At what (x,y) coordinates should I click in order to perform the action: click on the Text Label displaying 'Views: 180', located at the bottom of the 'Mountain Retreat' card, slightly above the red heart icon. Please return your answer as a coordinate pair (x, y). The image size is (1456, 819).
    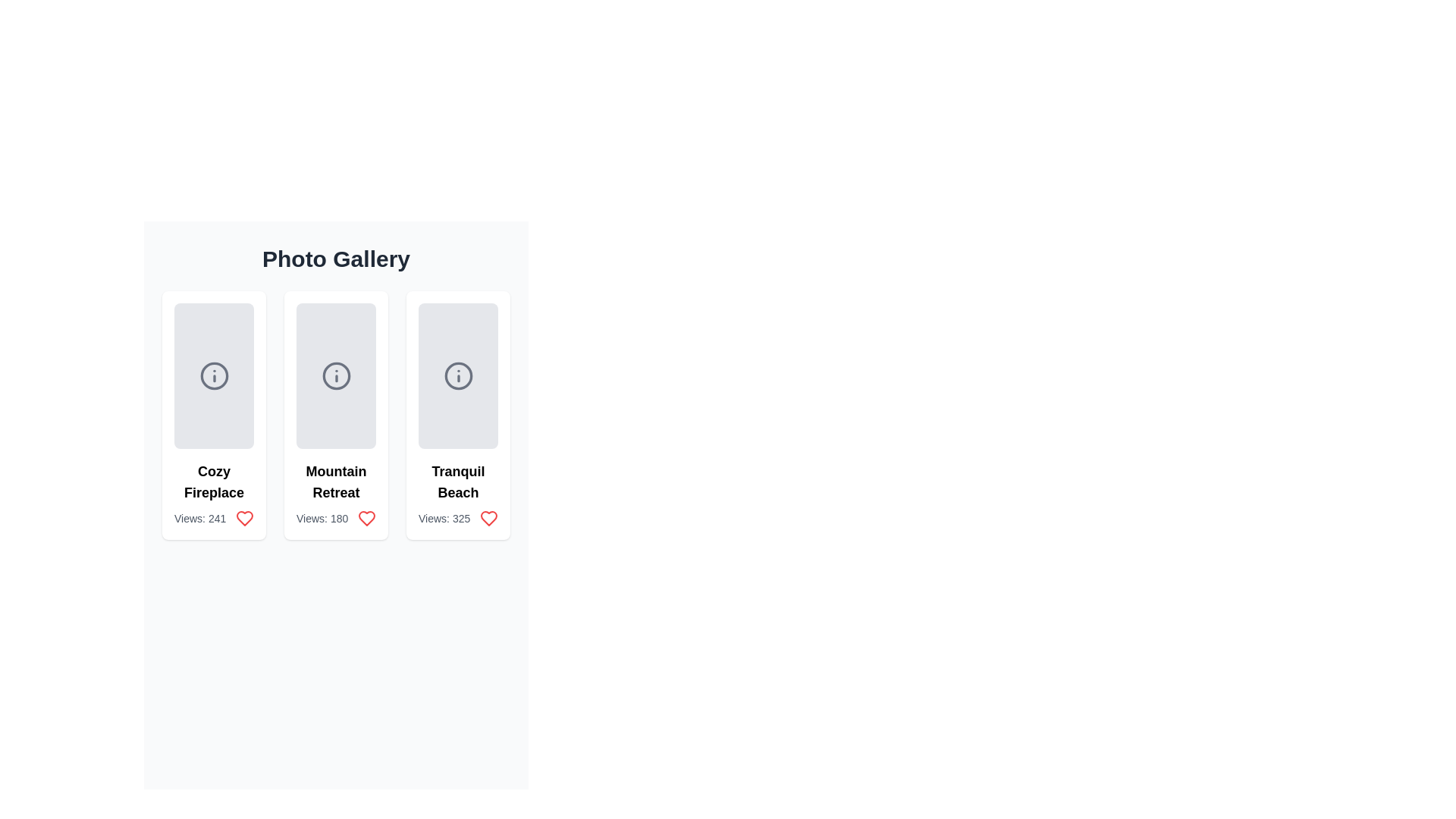
    Looking at the image, I should click on (322, 517).